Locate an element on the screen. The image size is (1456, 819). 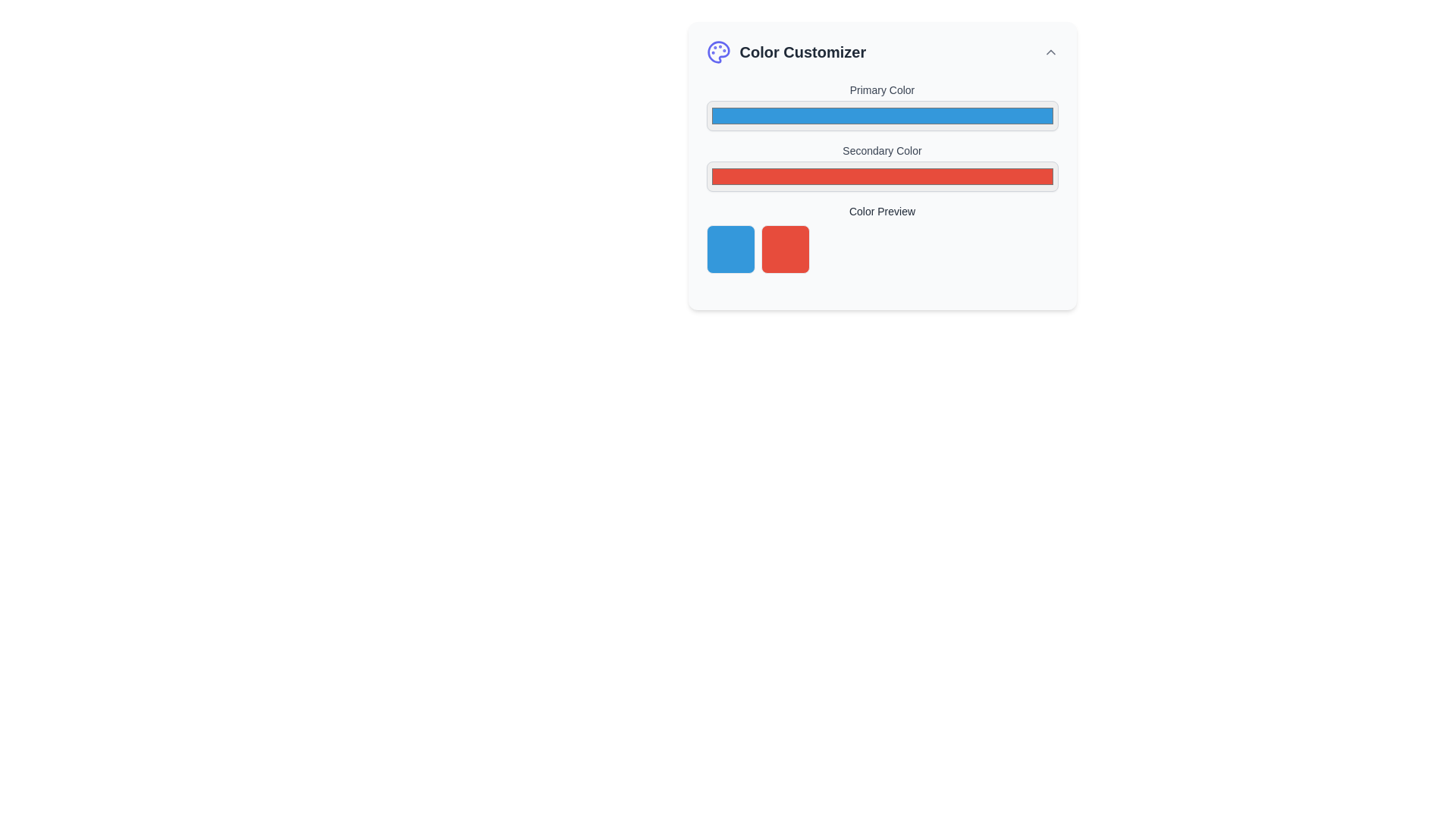
the Interactive icon on the far right is located at coordinates (1050, 52).